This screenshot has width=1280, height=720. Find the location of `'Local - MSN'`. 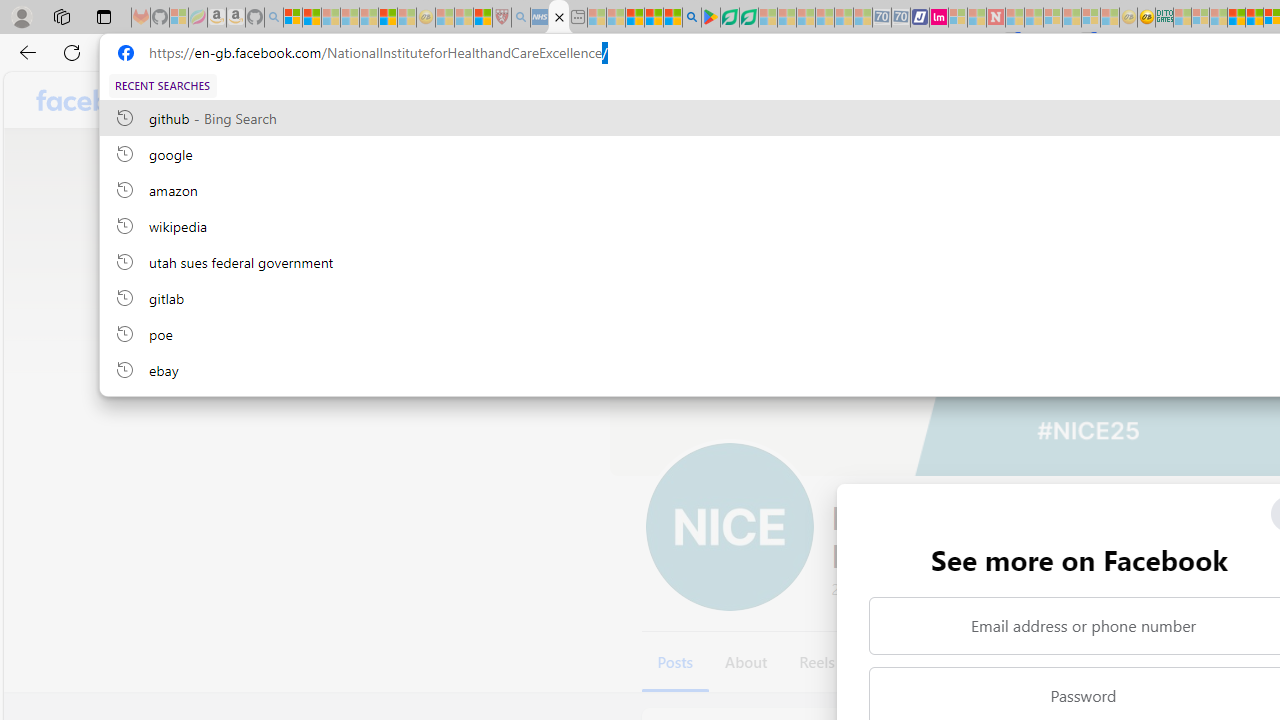

'Local - MSN' is located at coordinates (482, 17).